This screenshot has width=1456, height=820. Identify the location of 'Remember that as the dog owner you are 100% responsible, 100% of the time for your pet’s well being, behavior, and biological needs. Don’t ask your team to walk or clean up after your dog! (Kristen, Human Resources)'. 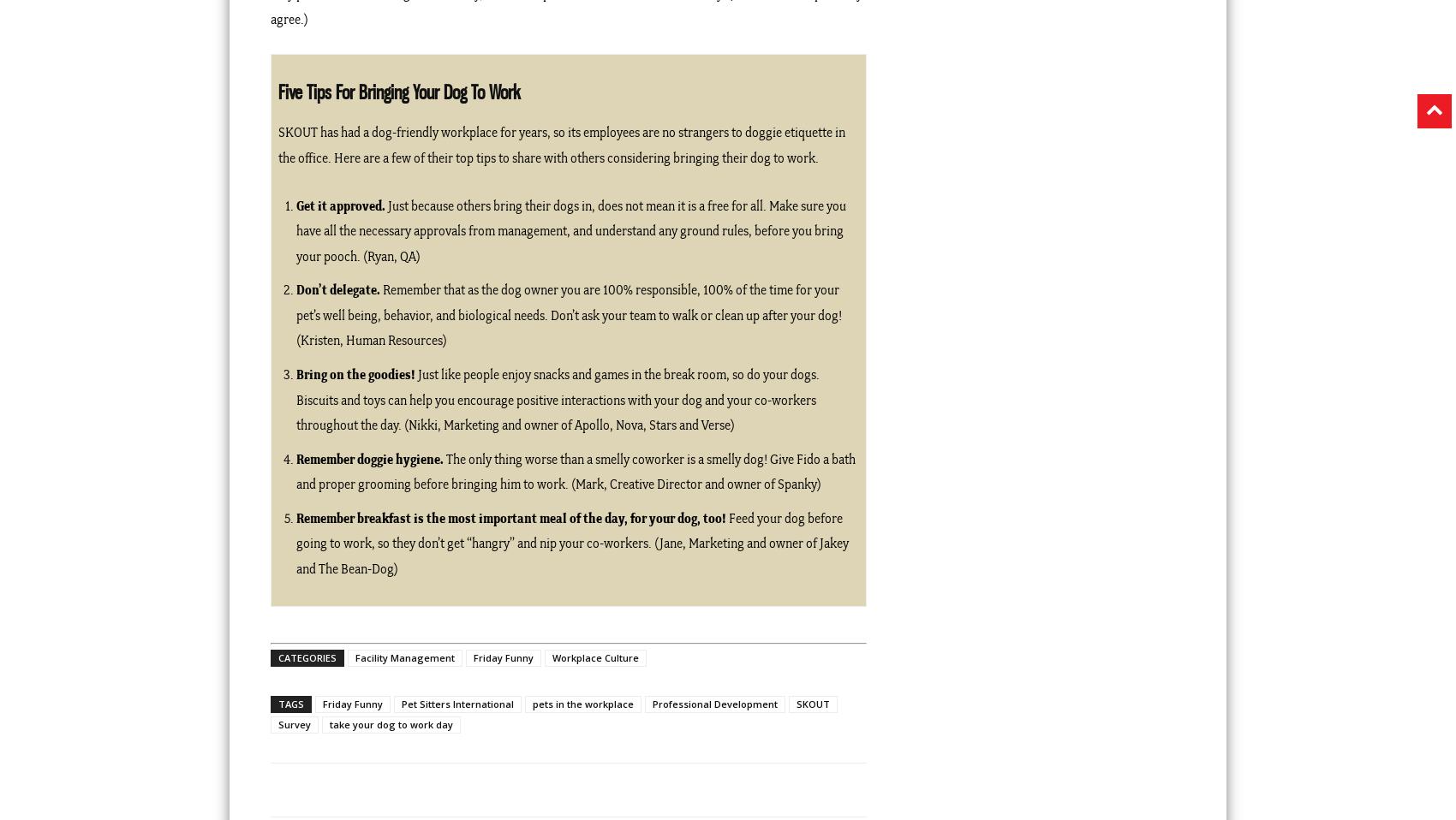
(295, 313).